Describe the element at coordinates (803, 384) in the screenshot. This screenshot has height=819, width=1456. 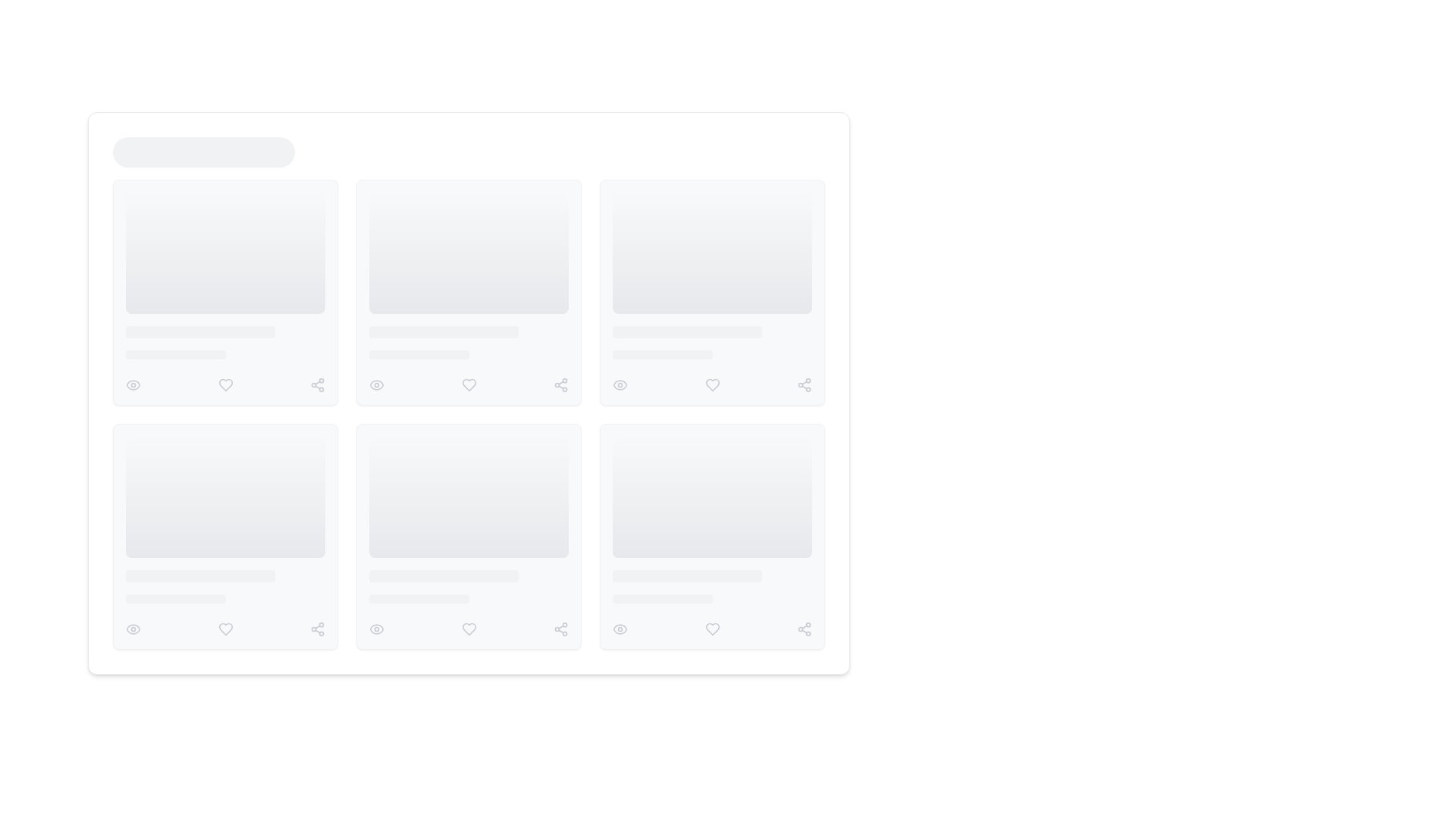
I see `the 'share' icon button located on the rightmost side of the toolbar, following the view and favorite icons` at that location.